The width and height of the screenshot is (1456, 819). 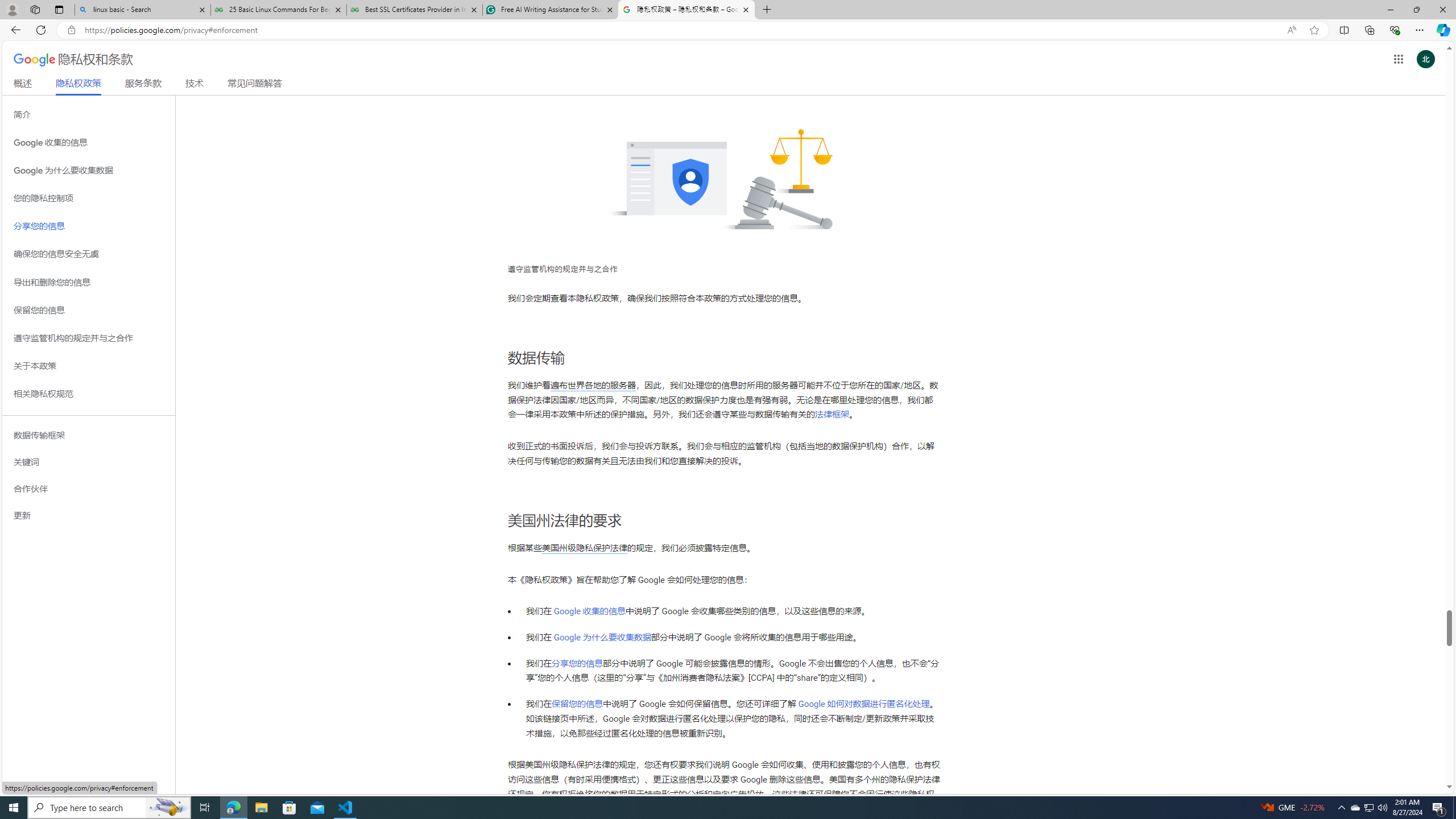 What do you see at coordinates (142, 9) in the screenshot?
I see `'linux basic - Search'` at bounding box center [142, 9].